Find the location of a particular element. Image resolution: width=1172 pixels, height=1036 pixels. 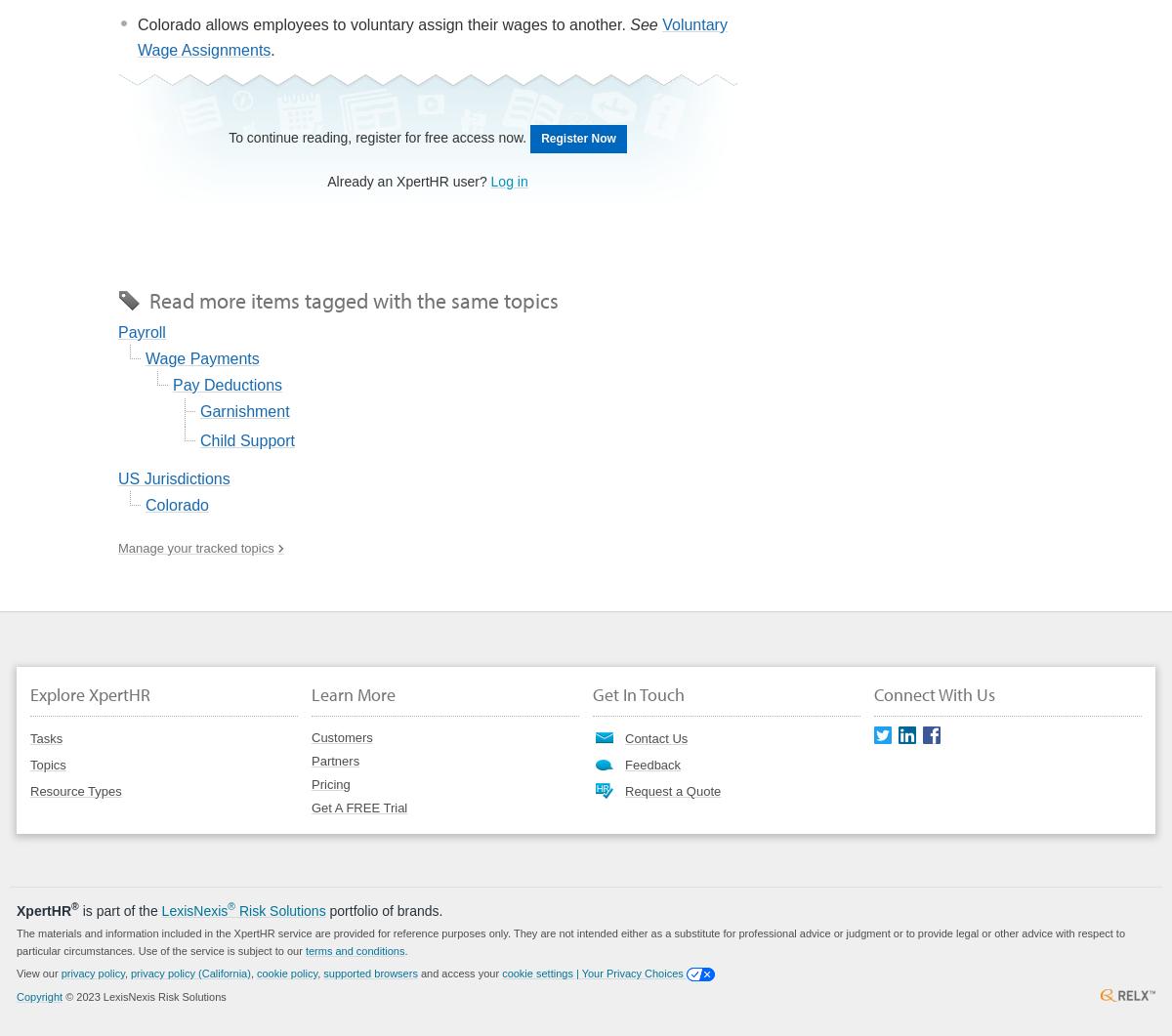

'US Jurisdictions' is located at coordinates (172, 477).